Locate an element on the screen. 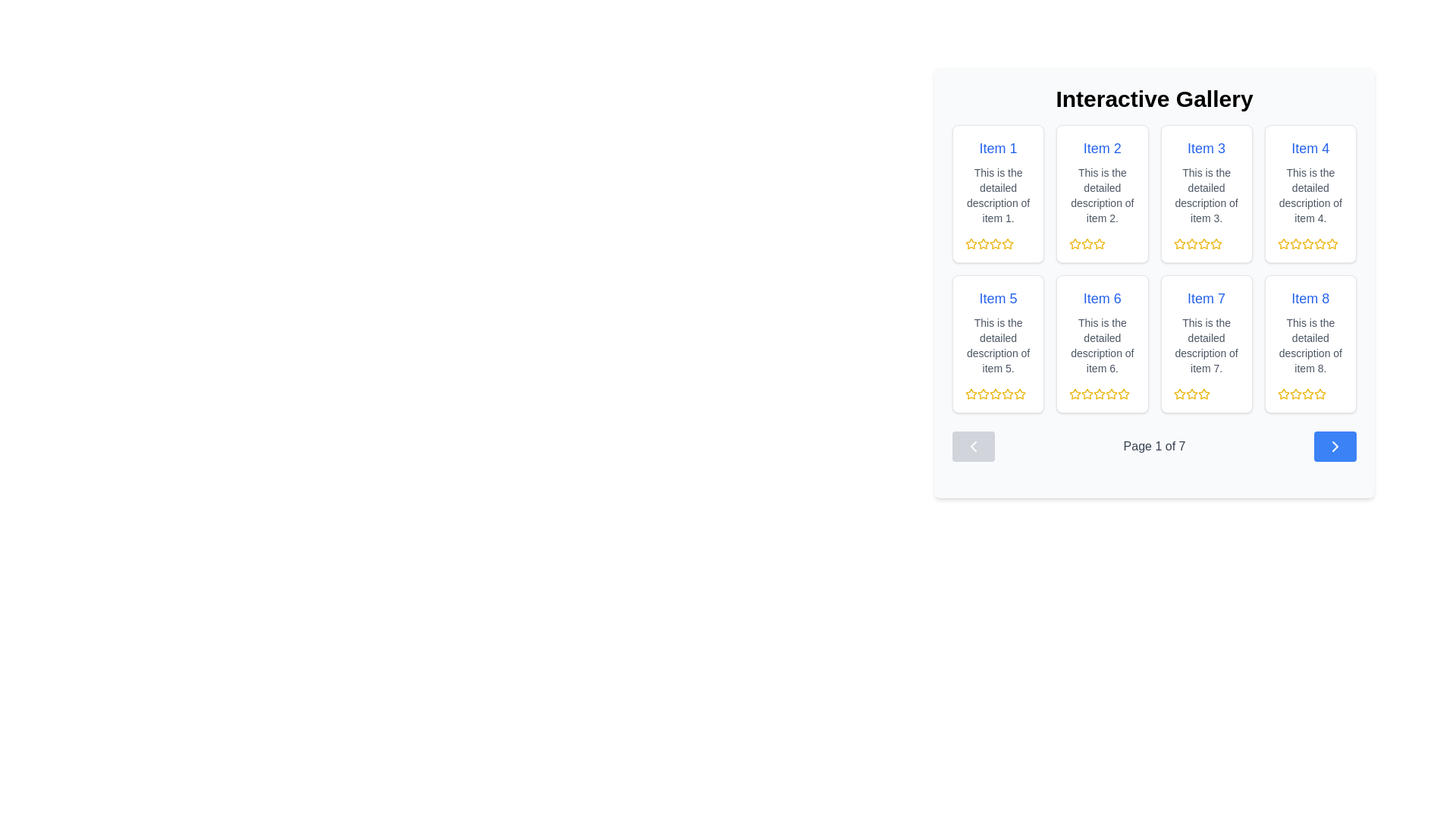 The width and height of the screenshot is (1456, 819). the fourth star icon in the rating system located in the bottom right card of the interactive gallery grid to rate it is located at coordinates (1307, 394).